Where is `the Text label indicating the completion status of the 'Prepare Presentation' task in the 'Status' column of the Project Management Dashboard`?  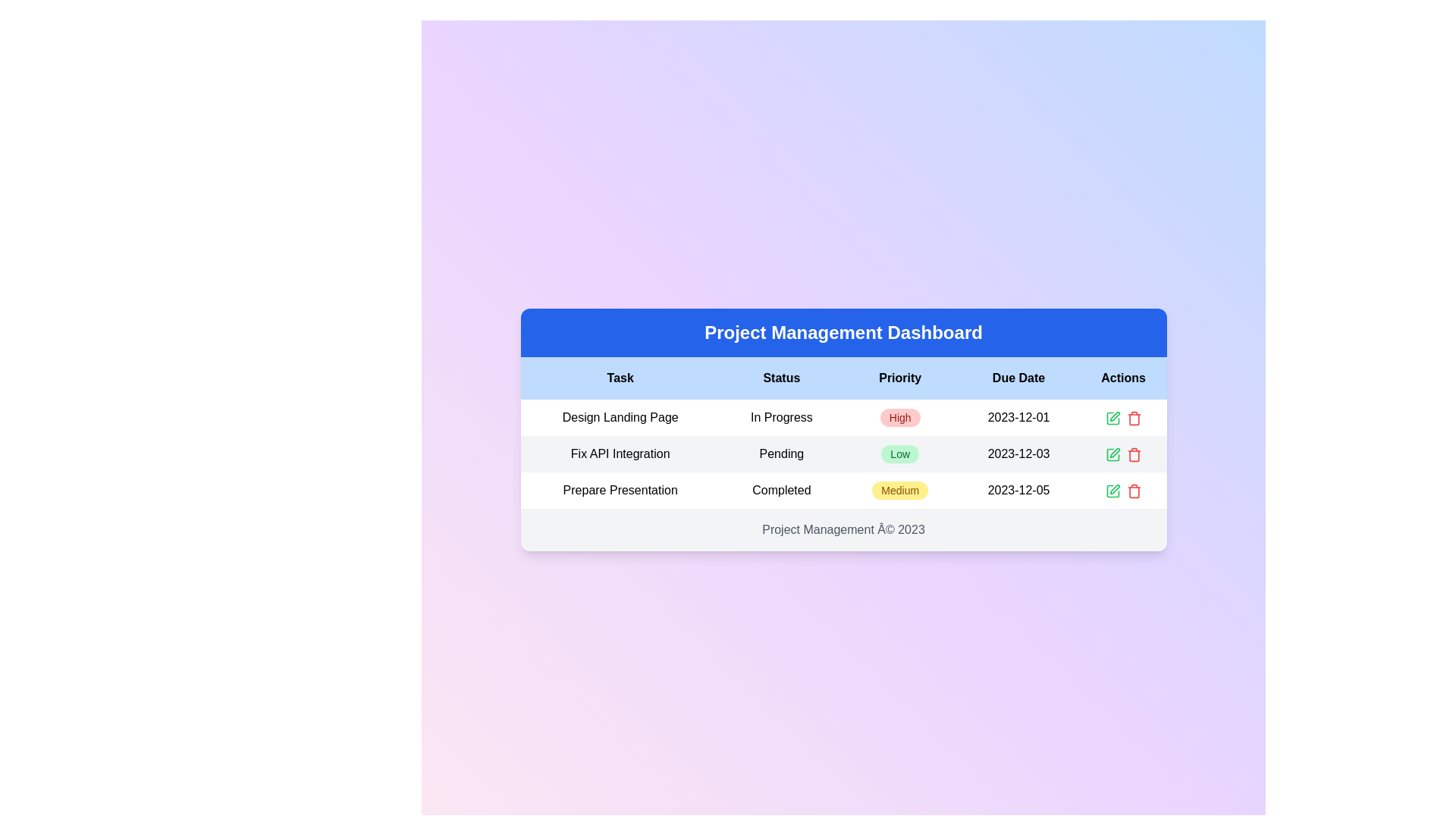
the Text label indicating the completion status of the 'Prepare Presentation' task in the 'Status' column of the Project Management Dashboard is located at coordinates (781, 491).